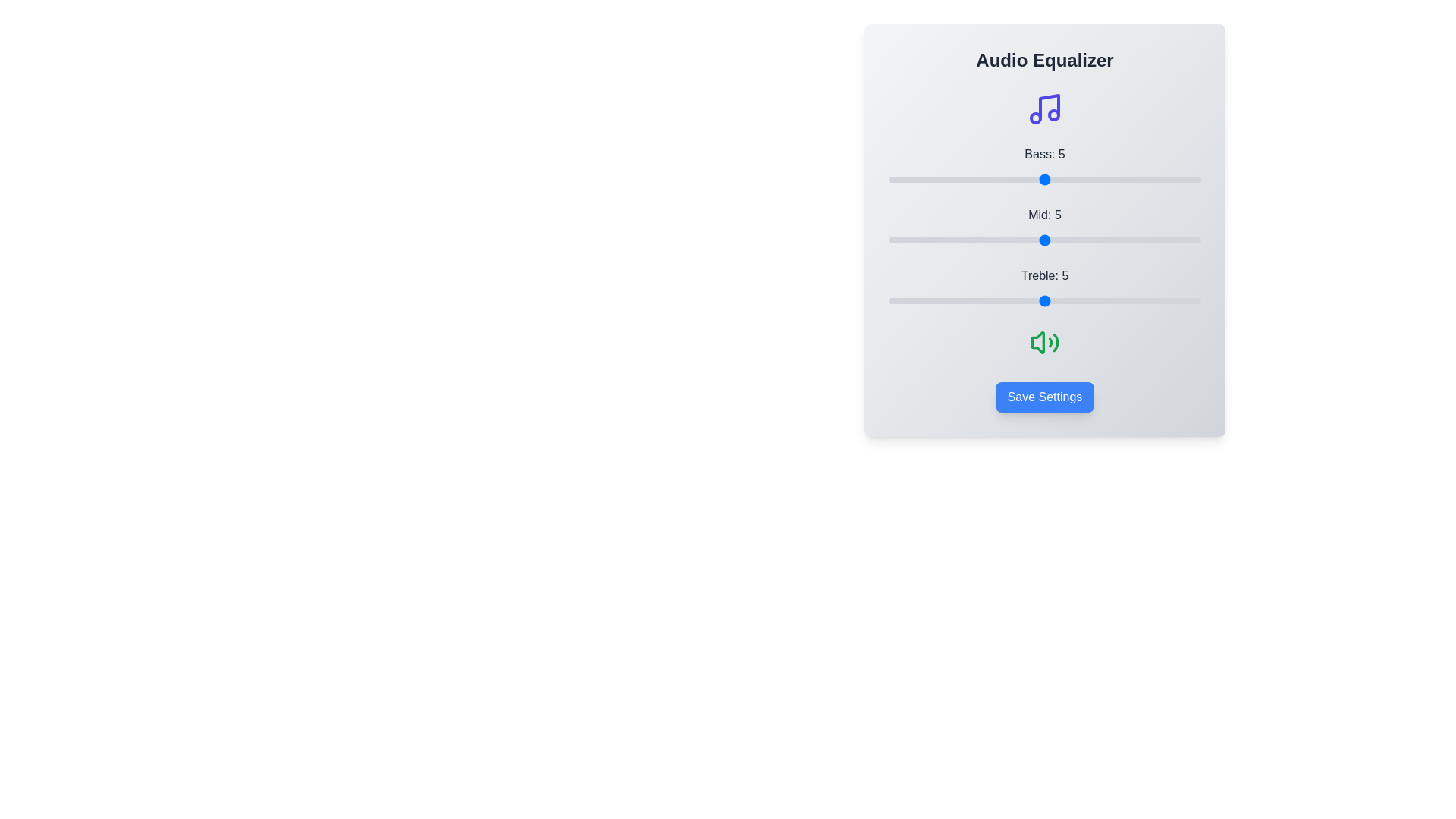 The height and width of the screenshot is (819, 1456). I want to click on the Mid slider to set its value to 5, so click(1043, 239).